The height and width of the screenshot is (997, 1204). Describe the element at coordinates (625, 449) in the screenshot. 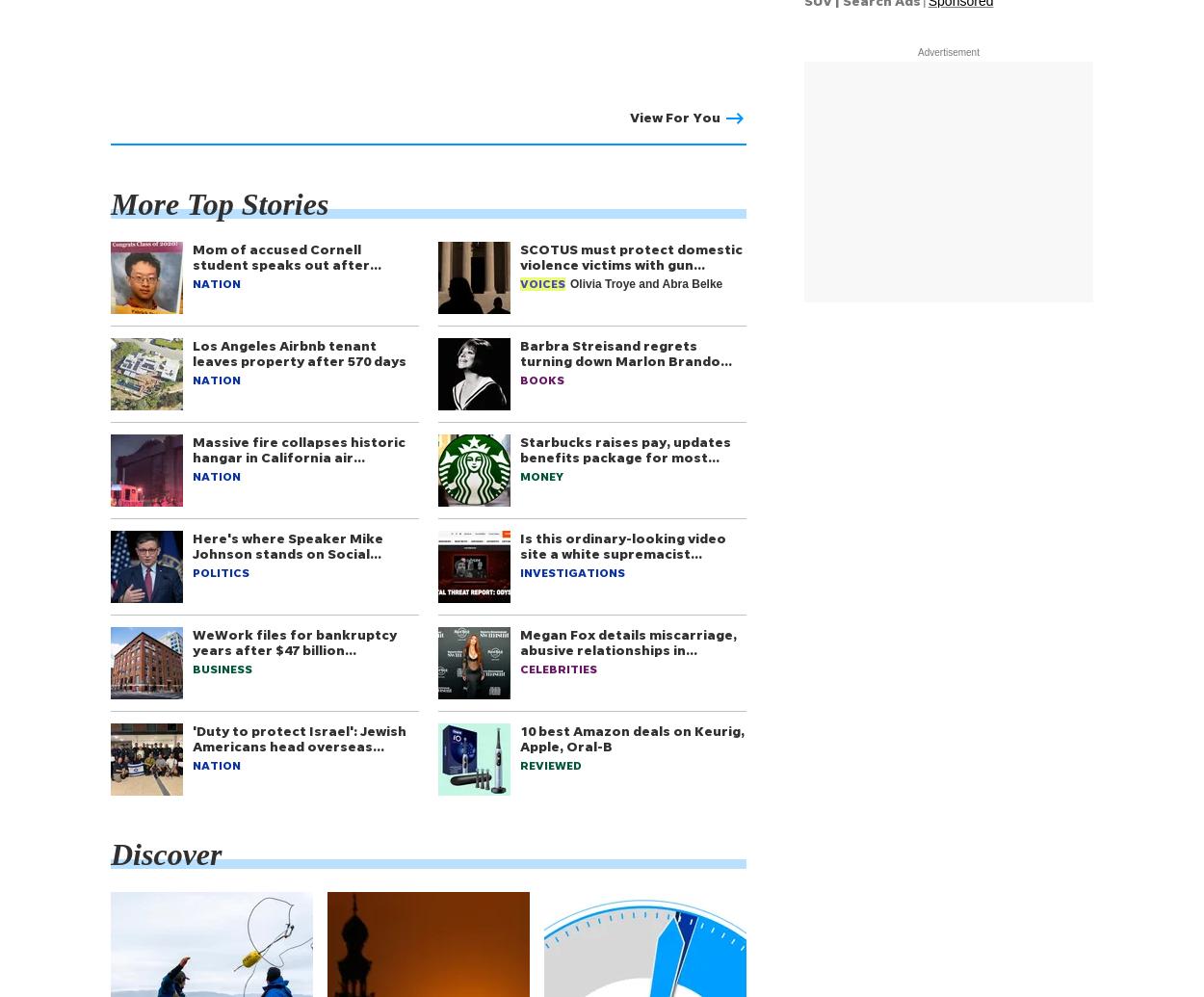

I see `'Starbucks raises pay, updates benefits package for most…'` at that location.